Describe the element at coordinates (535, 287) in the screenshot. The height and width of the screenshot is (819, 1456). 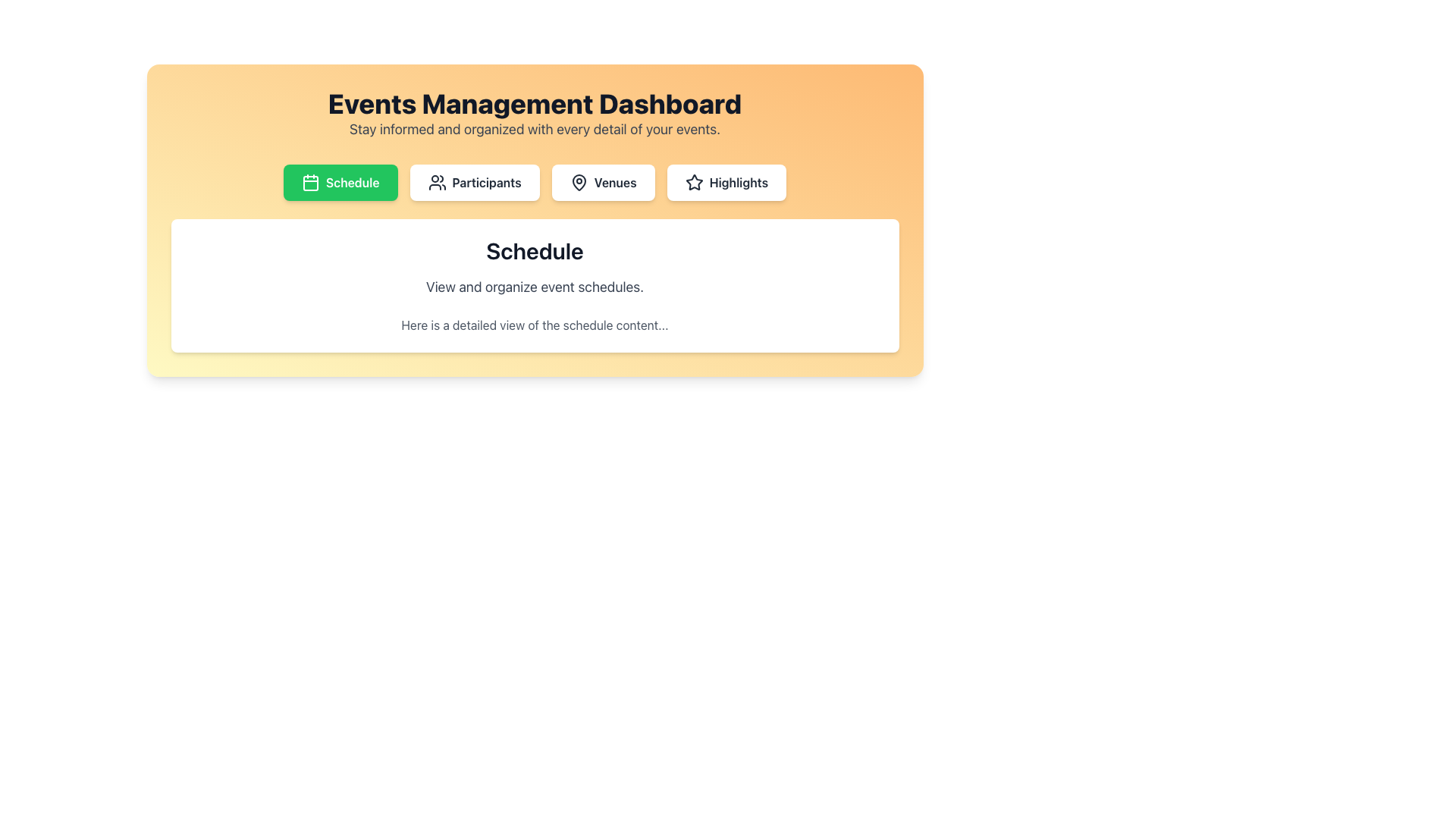
I see `the text label that reads 'View and organize event schedules.' which is positioned within a card below the 'Schedule' heading and above the detailed schedule content` at that location.